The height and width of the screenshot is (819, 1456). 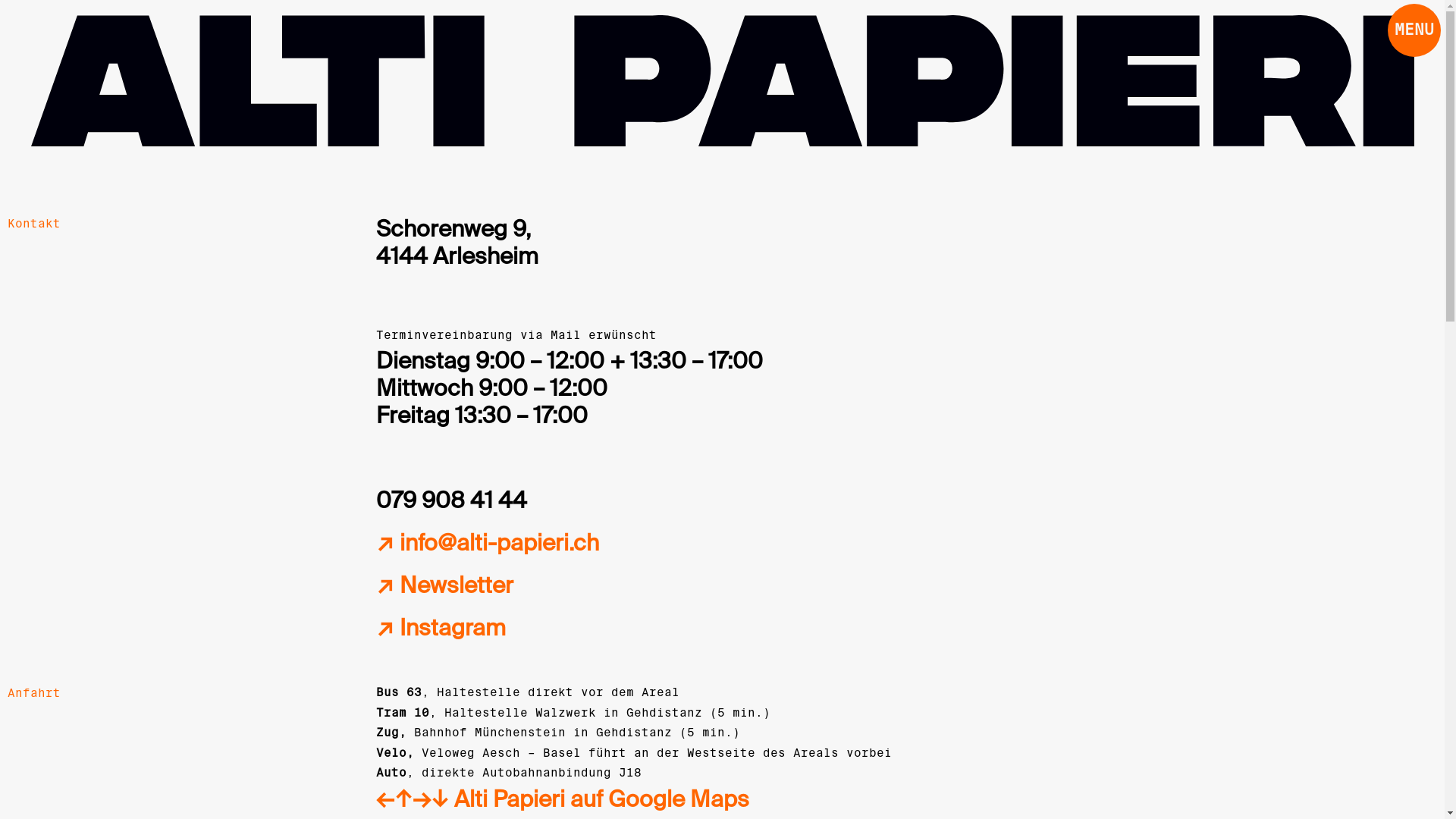 I want to click on 'MENU', so click(x=1394, y=29).